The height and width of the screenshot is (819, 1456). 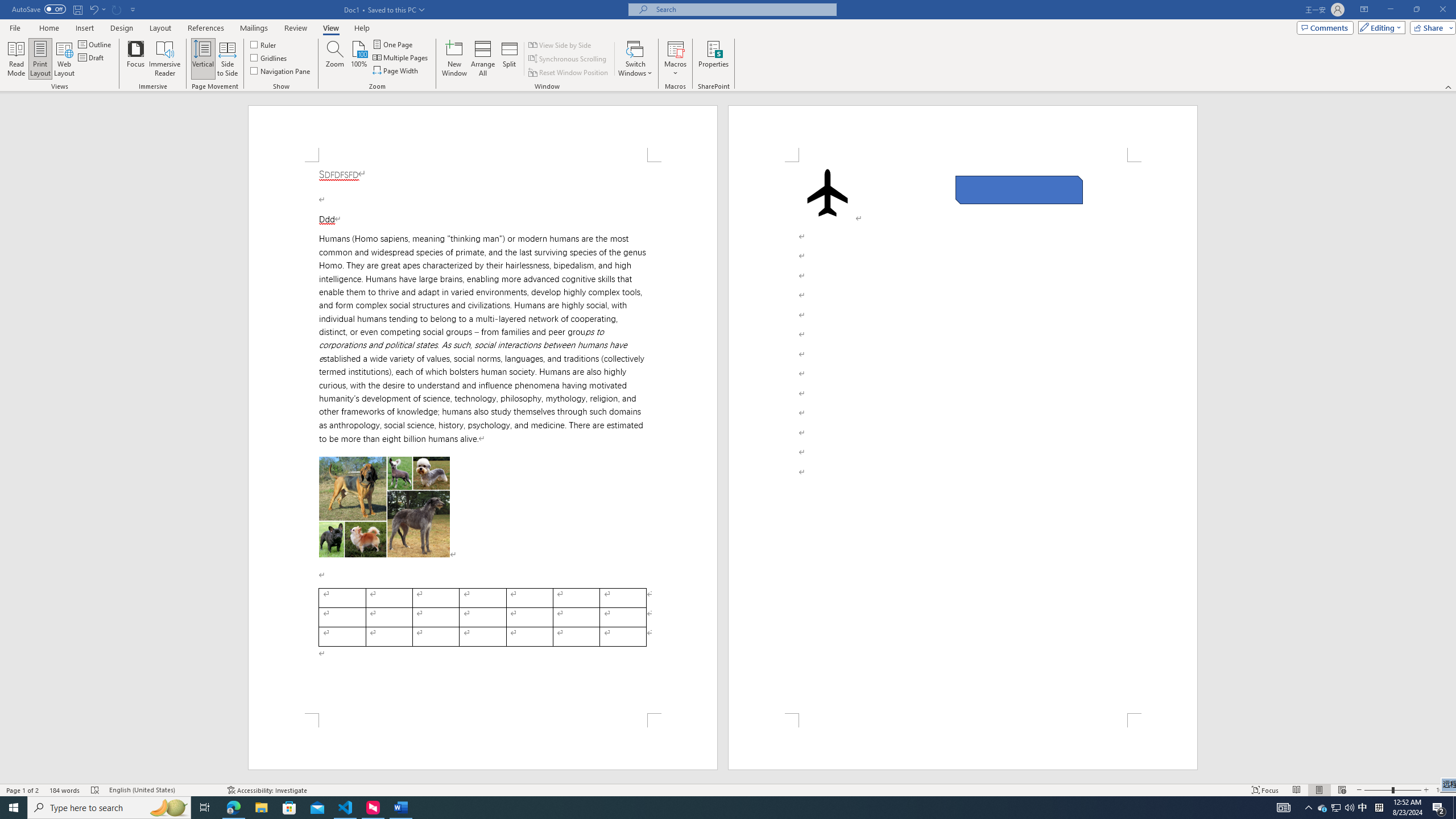 I want to click on 'More Options', so click(x=675, y=68).